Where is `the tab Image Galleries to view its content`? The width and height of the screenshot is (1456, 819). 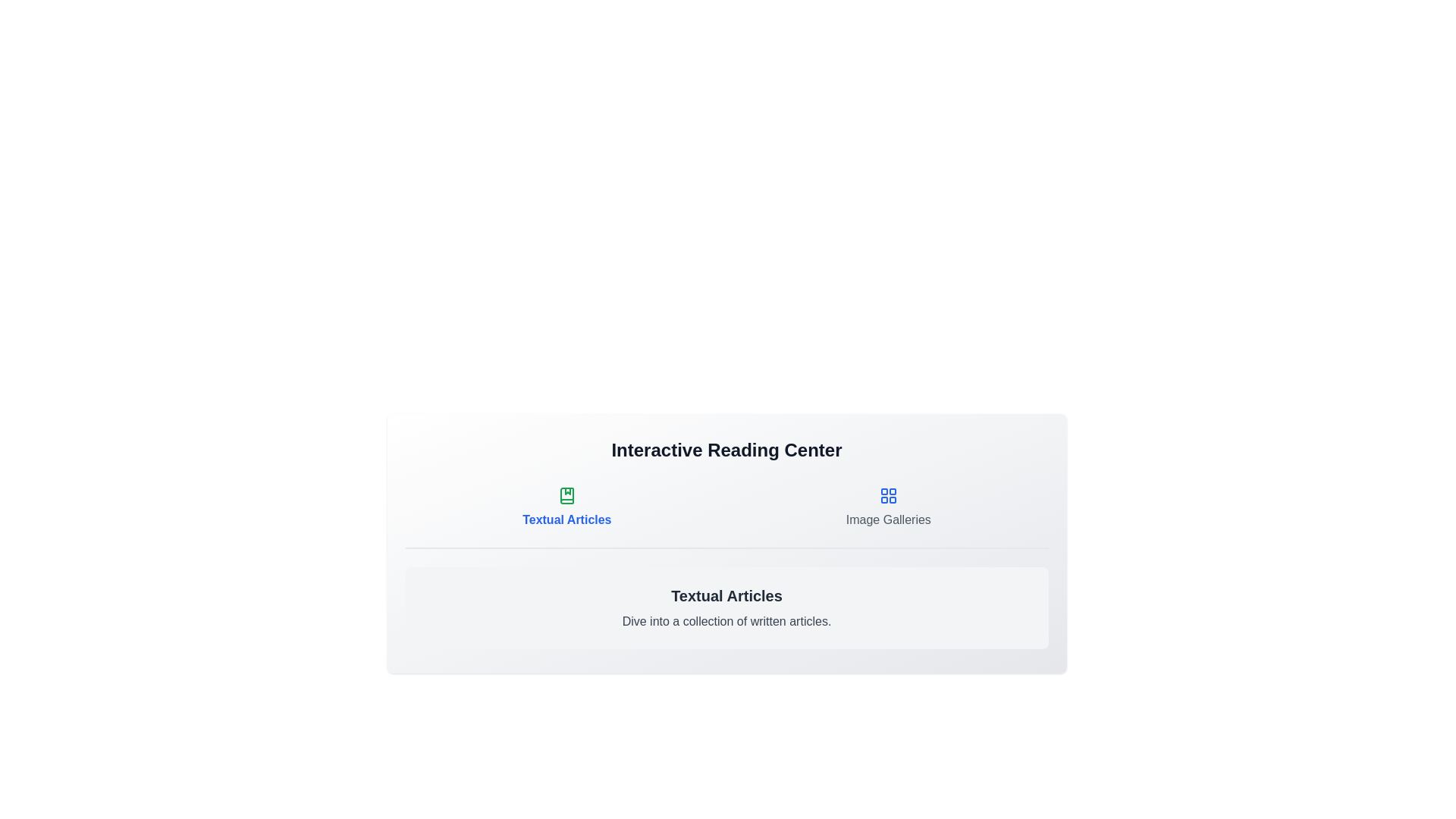
the tab Image Galleries to view its content is located at coordinates (888, 508).